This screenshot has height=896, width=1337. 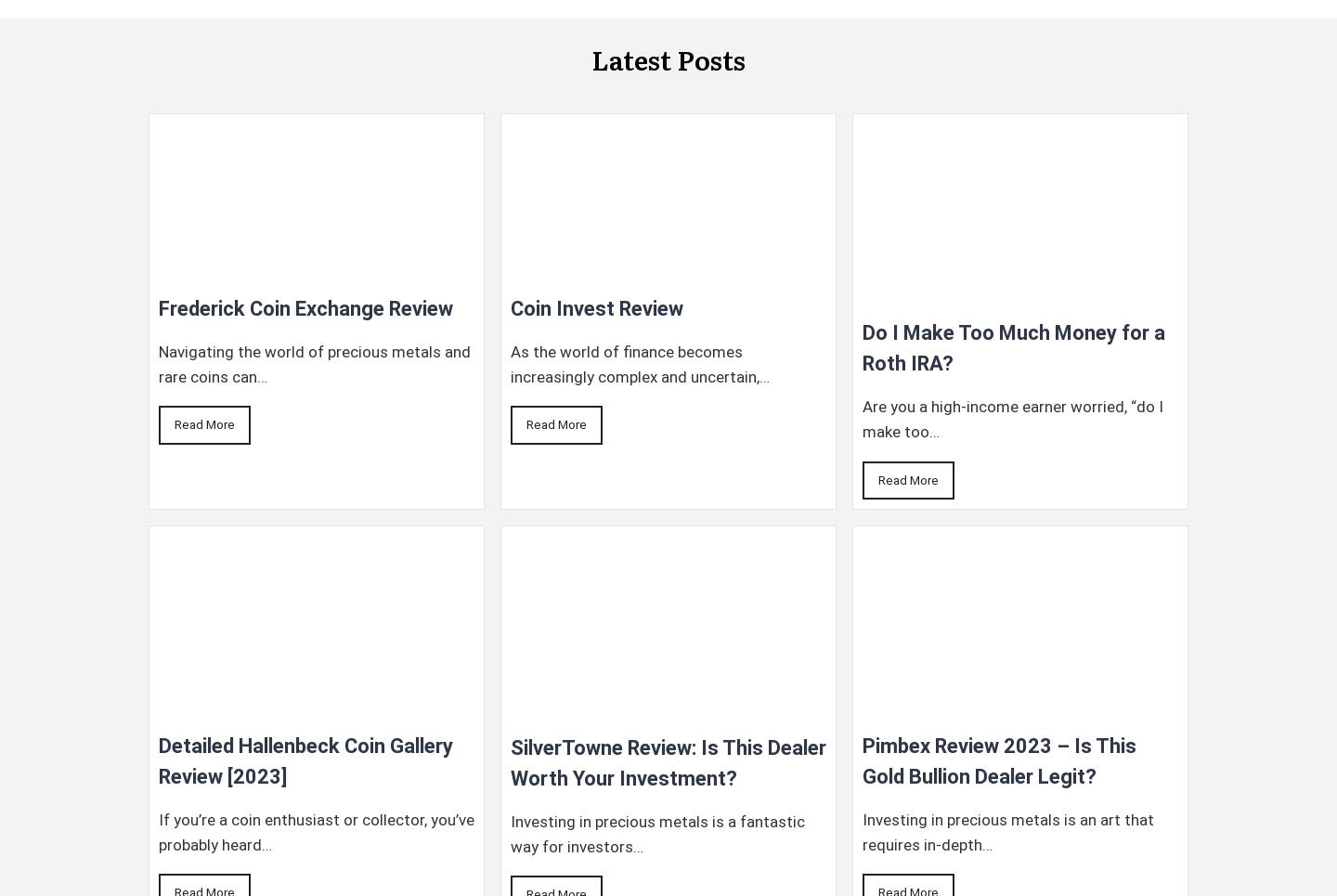 I want to click on 'As the world of finance becomes increasingly complex and uncertain,…', so click(x=639, y=362).